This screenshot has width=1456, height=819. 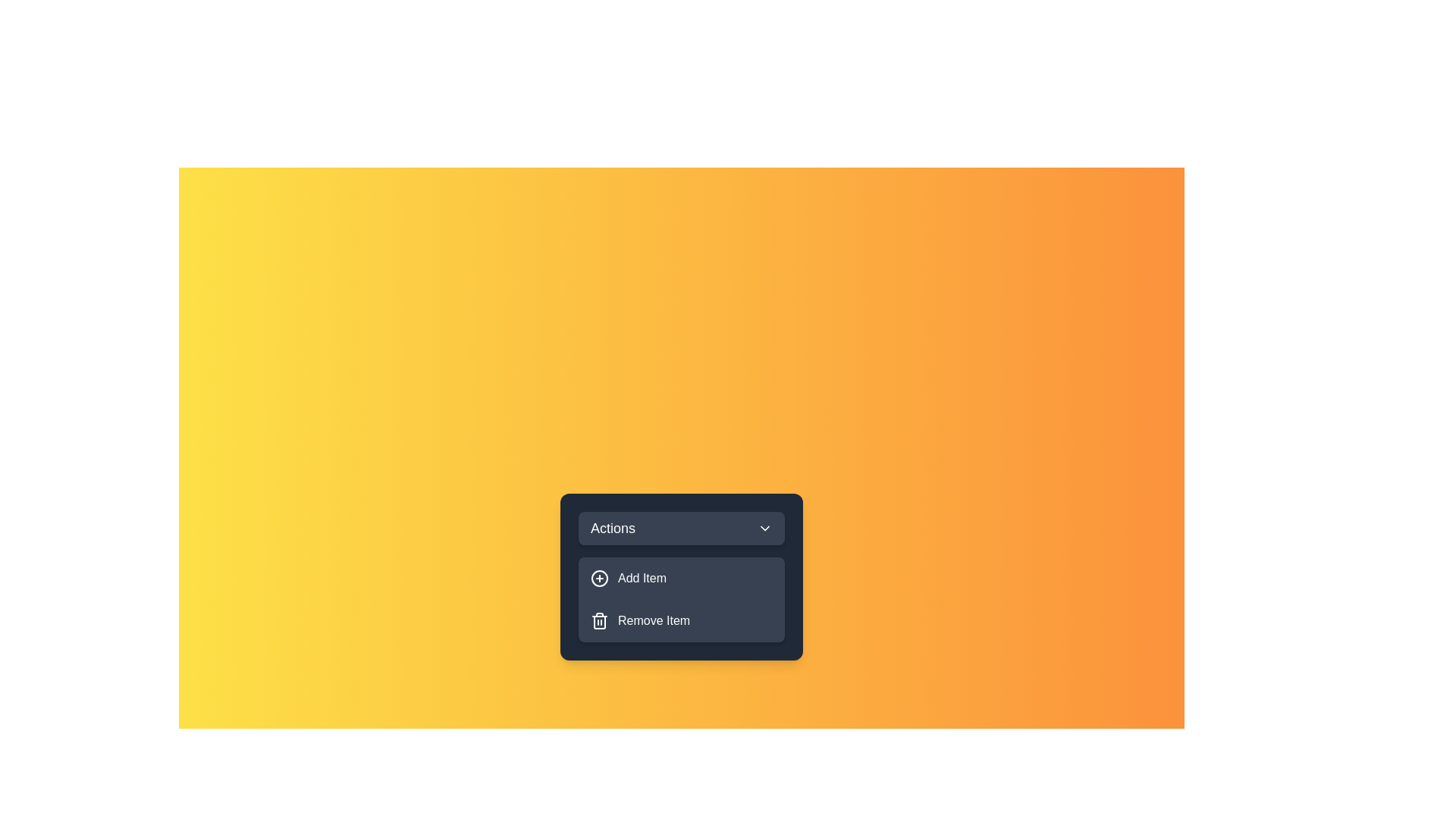 I want to click on the icon next to the menu item Add Item, so click(x=599, y=579).